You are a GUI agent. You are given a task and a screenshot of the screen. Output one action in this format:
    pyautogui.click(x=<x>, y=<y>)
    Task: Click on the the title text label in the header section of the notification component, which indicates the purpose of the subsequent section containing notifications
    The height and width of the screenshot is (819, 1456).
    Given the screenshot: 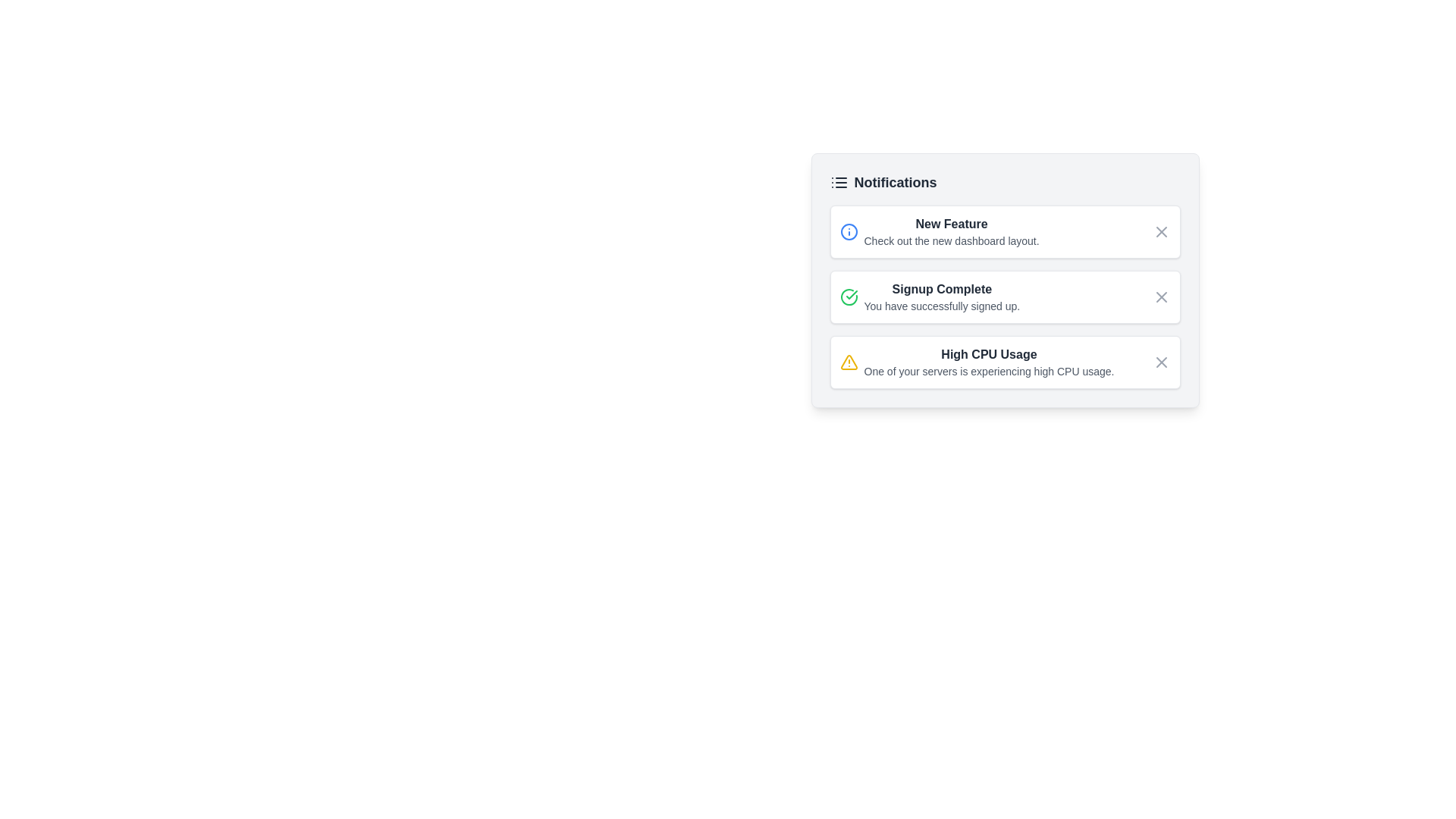 What is the action you would take?
    pyautogui.click(x=883, y=181)
    